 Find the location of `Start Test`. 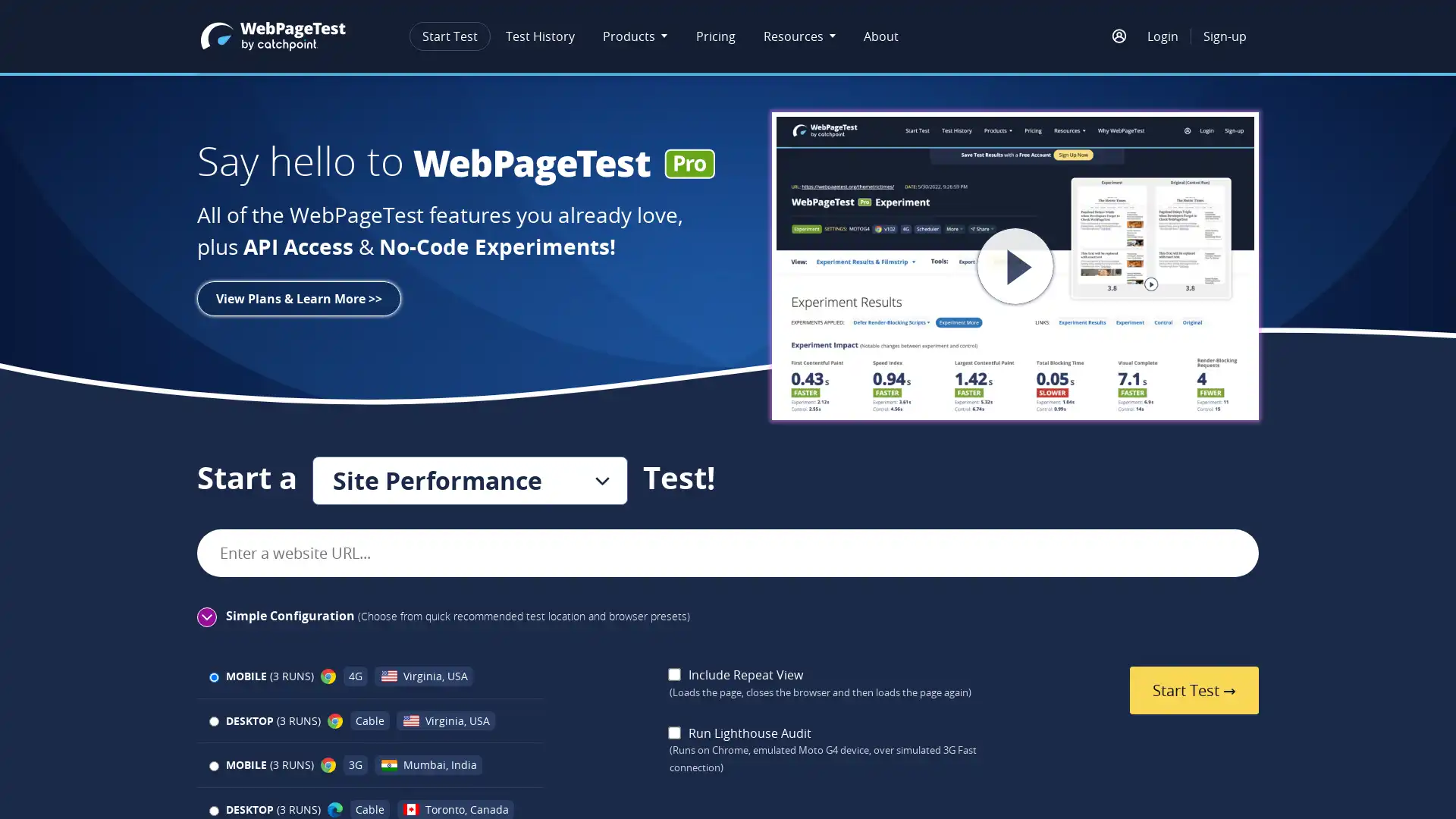

Start Test is located at coordinates (1193, 690).